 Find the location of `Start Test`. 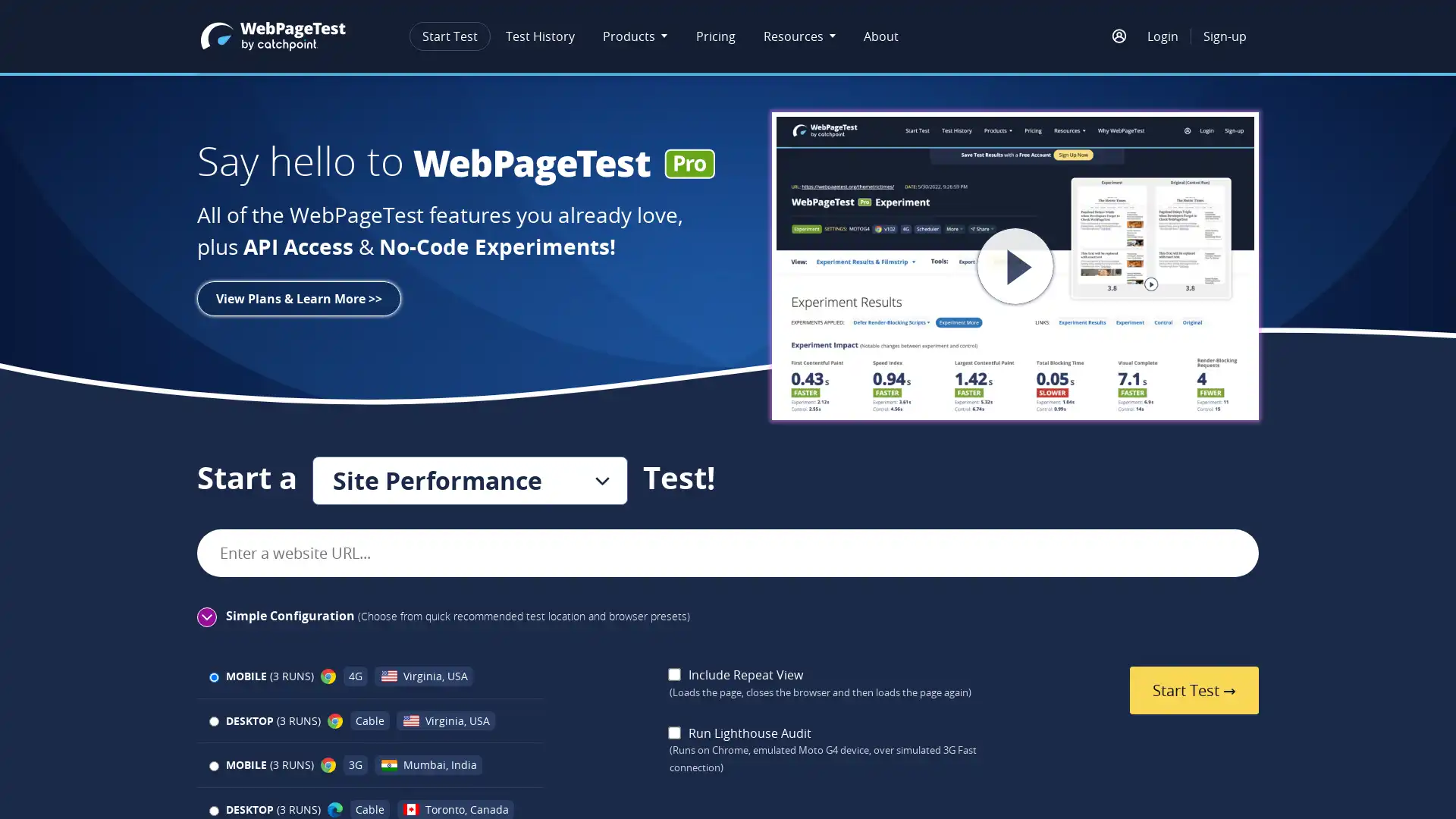

Start Test is located at coordinates (1193, 690).